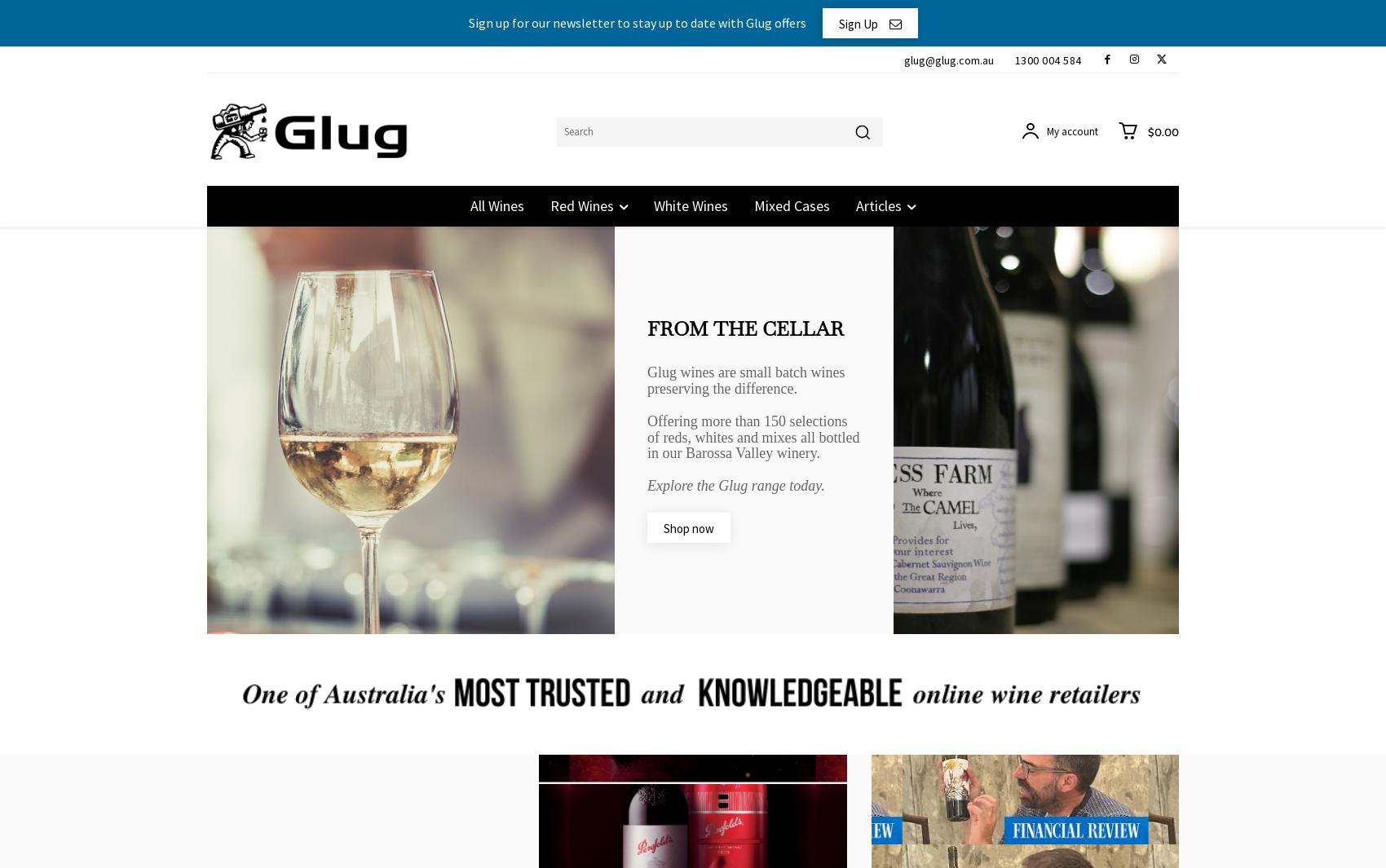  What do you see at coordinates (878, 204) in the screenshot?
I see `'Articles'` at bounding box center [878, 204].